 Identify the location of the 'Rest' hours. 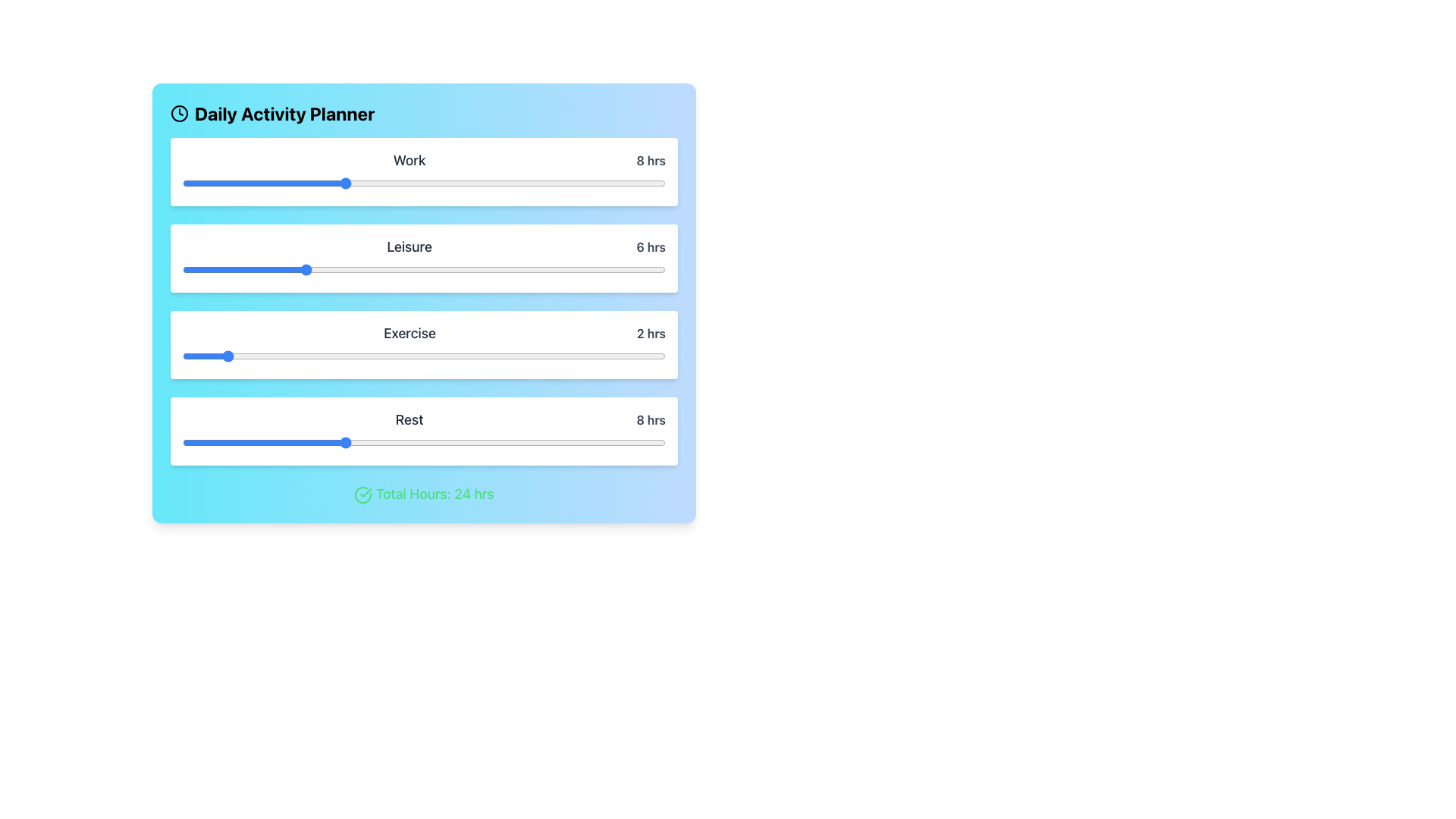
(222, 442).